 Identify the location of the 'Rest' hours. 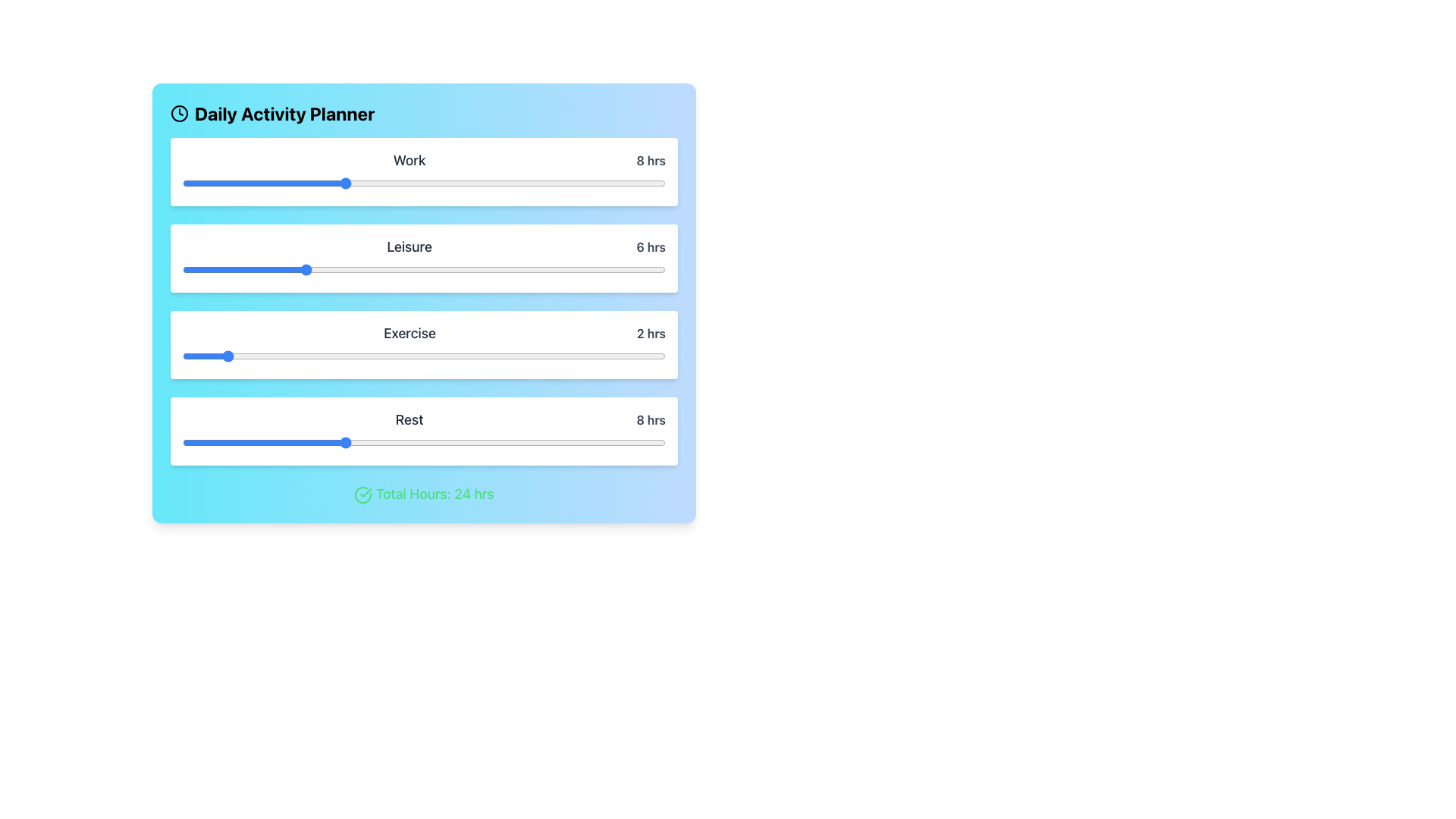
(222, 442).